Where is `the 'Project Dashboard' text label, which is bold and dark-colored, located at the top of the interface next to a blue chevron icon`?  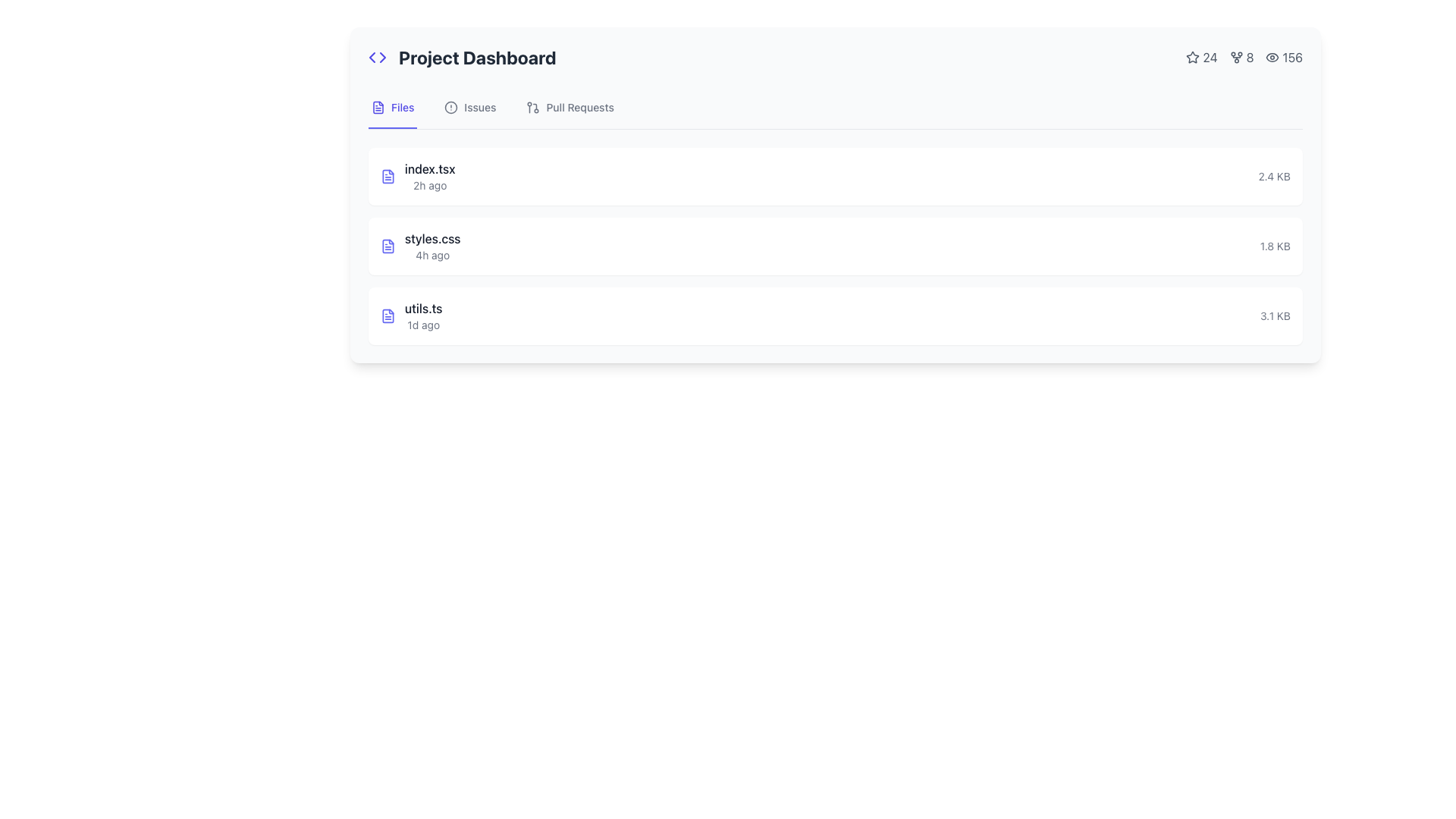
the 'Project Dashboard' text label, which is bold and dark-colored, located at the top of the interface next to a blue chevron icon is located at coordinates (461, 57).